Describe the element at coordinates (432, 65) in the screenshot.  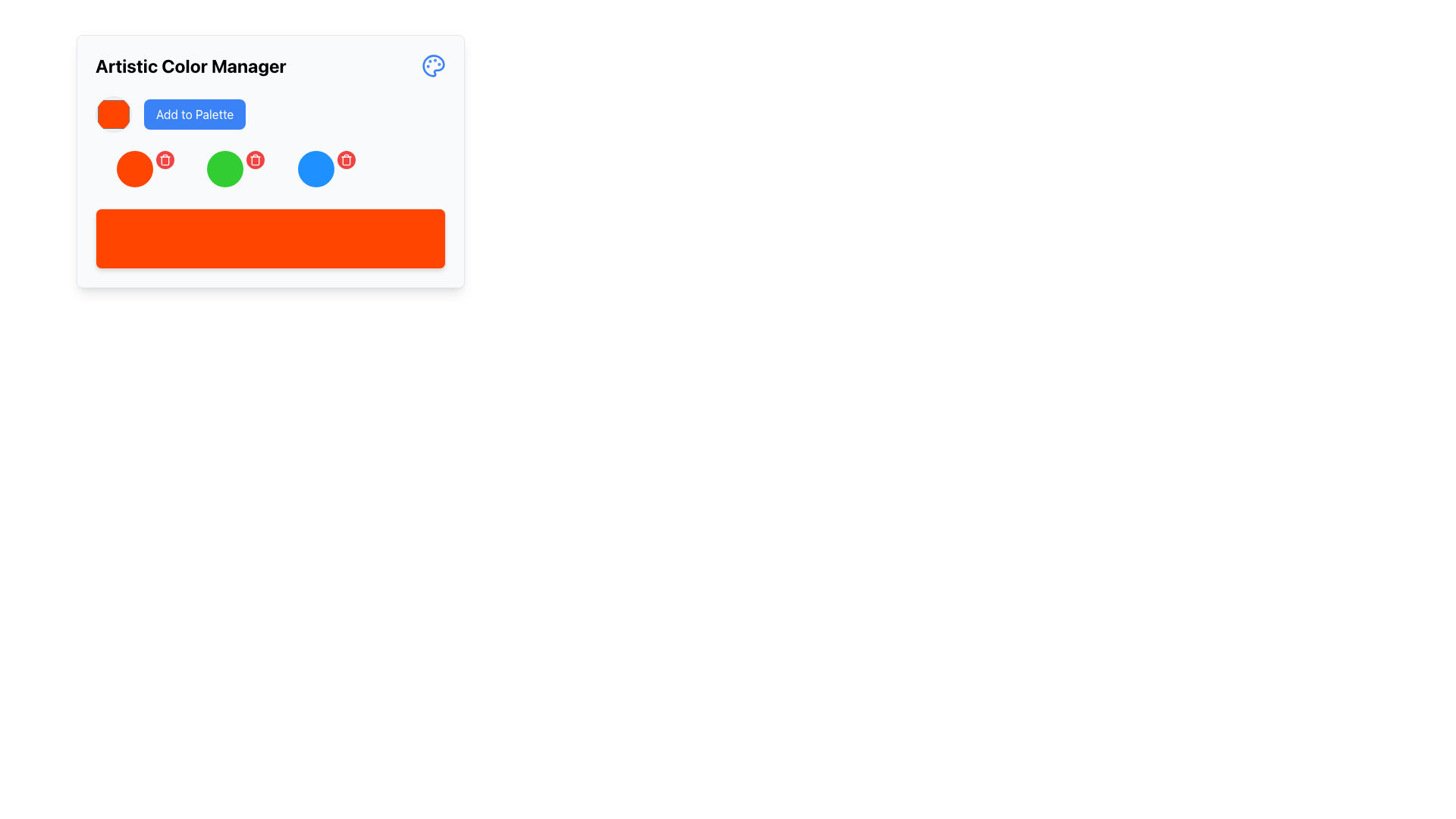
I see `the distinct SVG image icon located in the top-right corner of the 'Artistic Color Manager' section` at that location.